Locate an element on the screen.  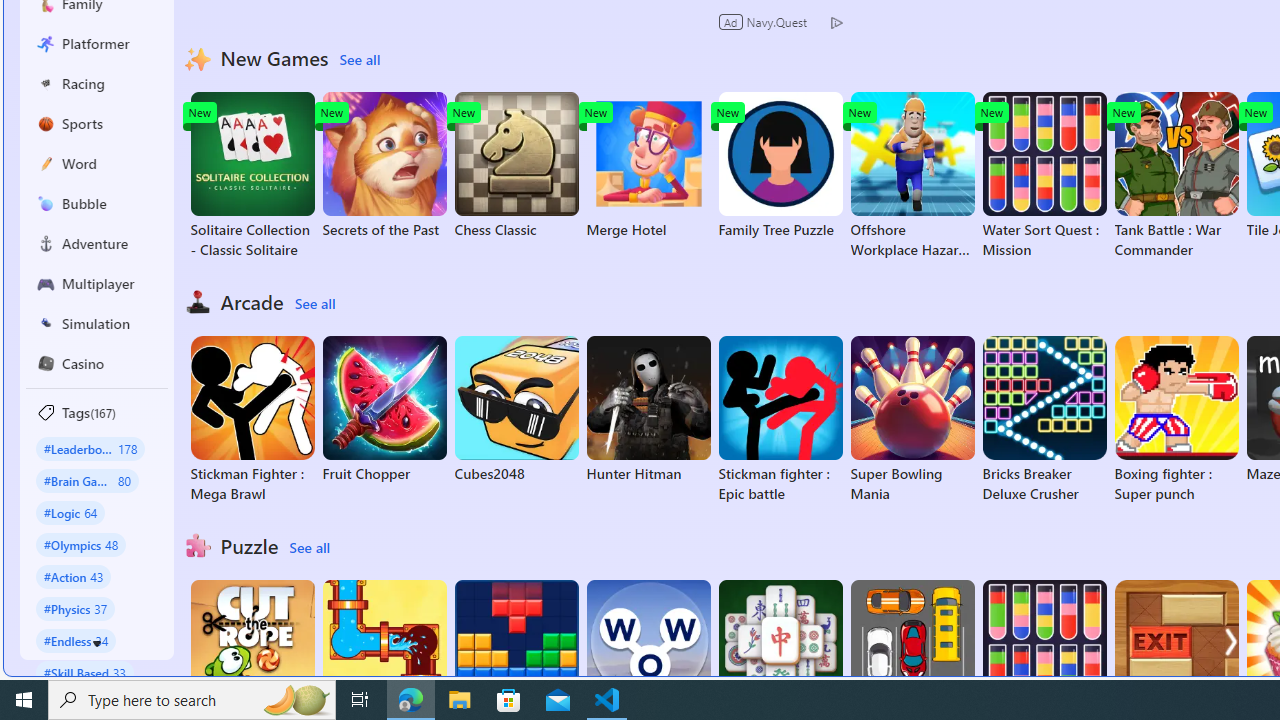
'Family Tree Puzzle' is located at coordinates (779, 164).